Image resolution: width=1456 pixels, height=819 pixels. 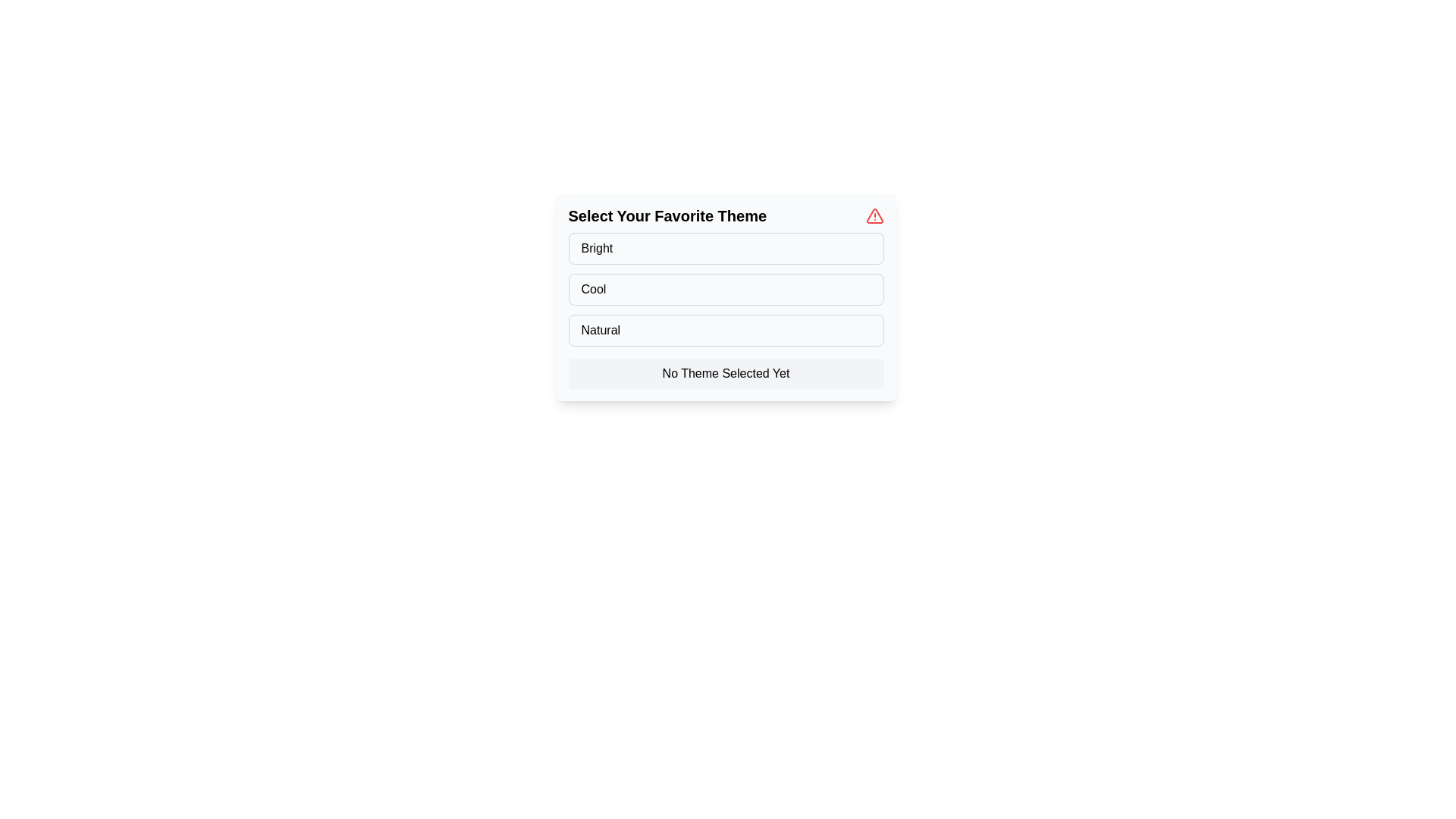 I want to click on the 'Natural' button, which is the last element in a vertically stacked list containing 'Bright', 'Cool', and 'Natural', so click(x=725, y=329).